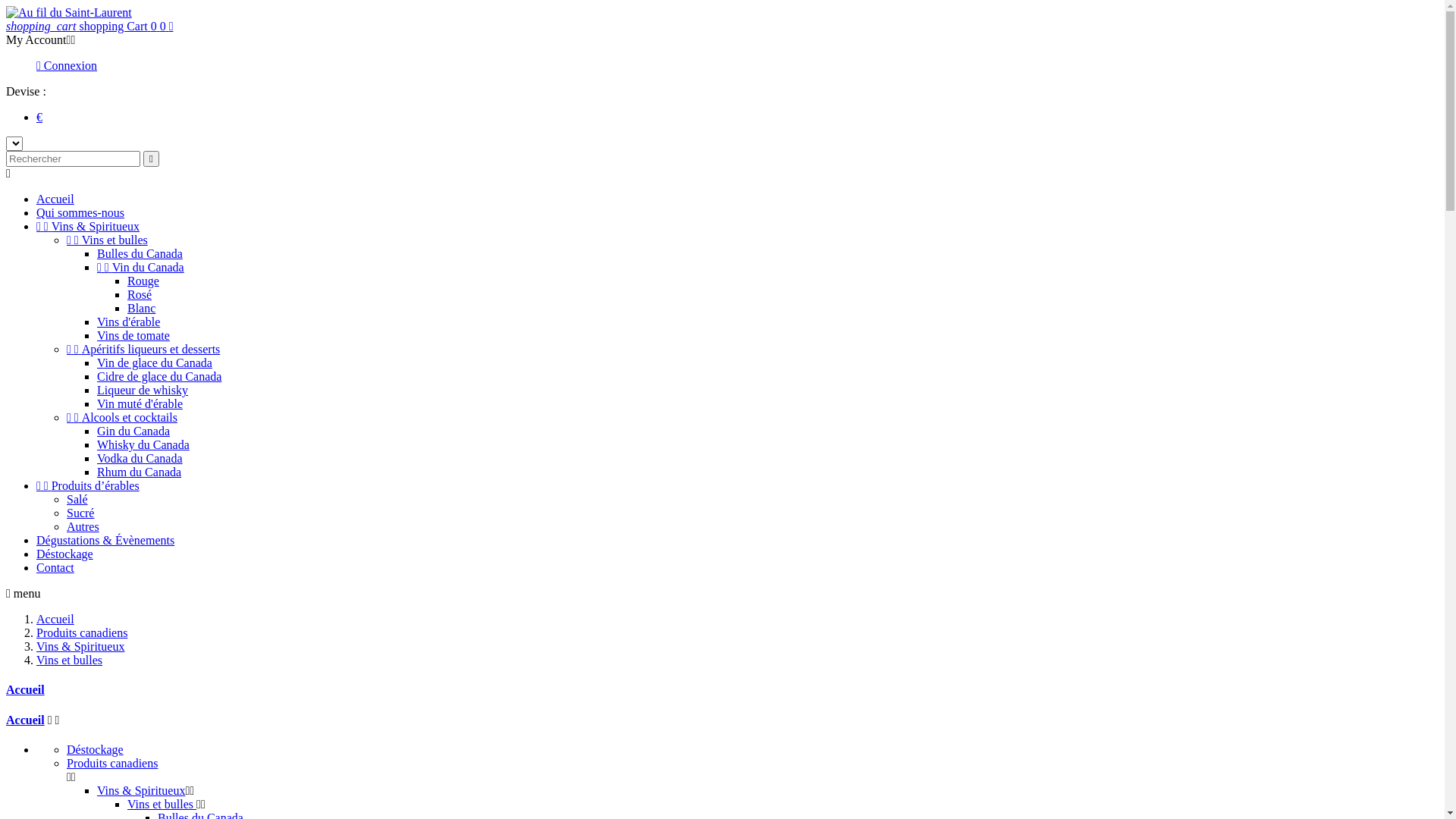 The height and width of the screenshot is (819, 1456). Describe the element at coordinates (111, 763) in the screenshot. I see `'Produits canadiens'` at that location.